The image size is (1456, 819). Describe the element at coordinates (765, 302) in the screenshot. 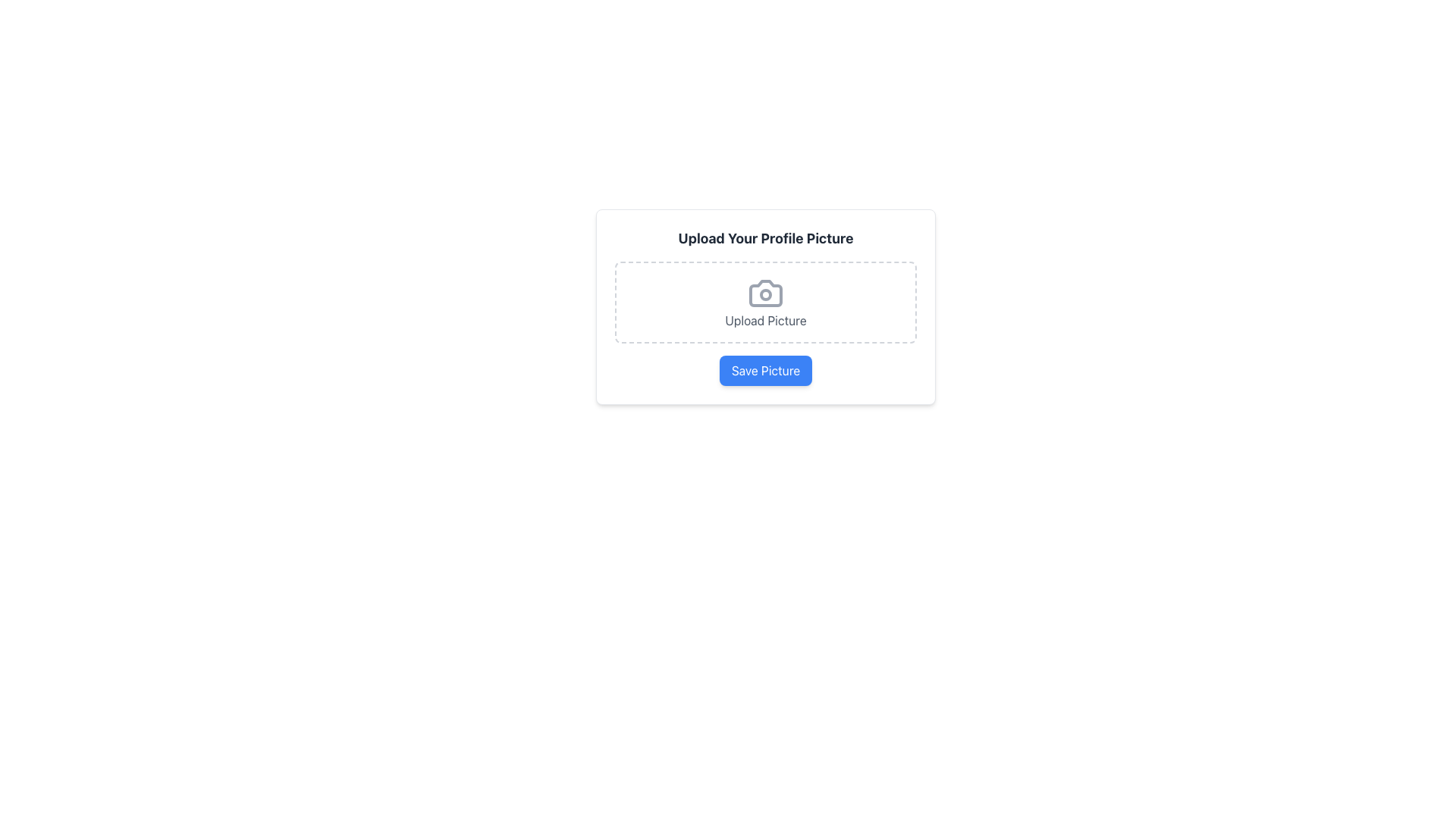

I see `and drop a file onto the clickable area with a camera icon and 'Upload Picture' text prompt` at that location.